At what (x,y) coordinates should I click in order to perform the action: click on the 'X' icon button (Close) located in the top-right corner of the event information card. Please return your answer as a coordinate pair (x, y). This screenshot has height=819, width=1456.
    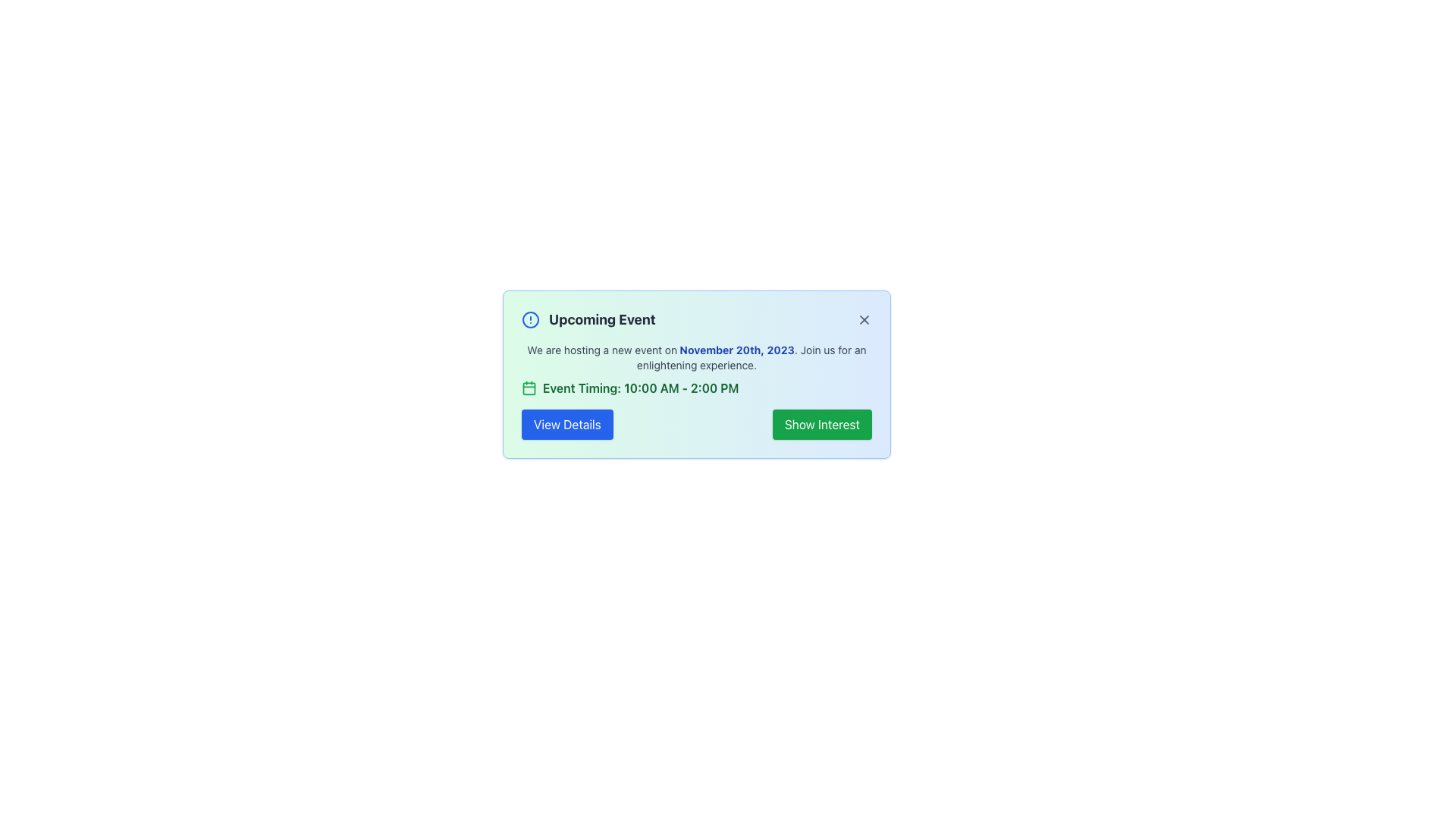
    Looking at the image, I should click on (864, 318).